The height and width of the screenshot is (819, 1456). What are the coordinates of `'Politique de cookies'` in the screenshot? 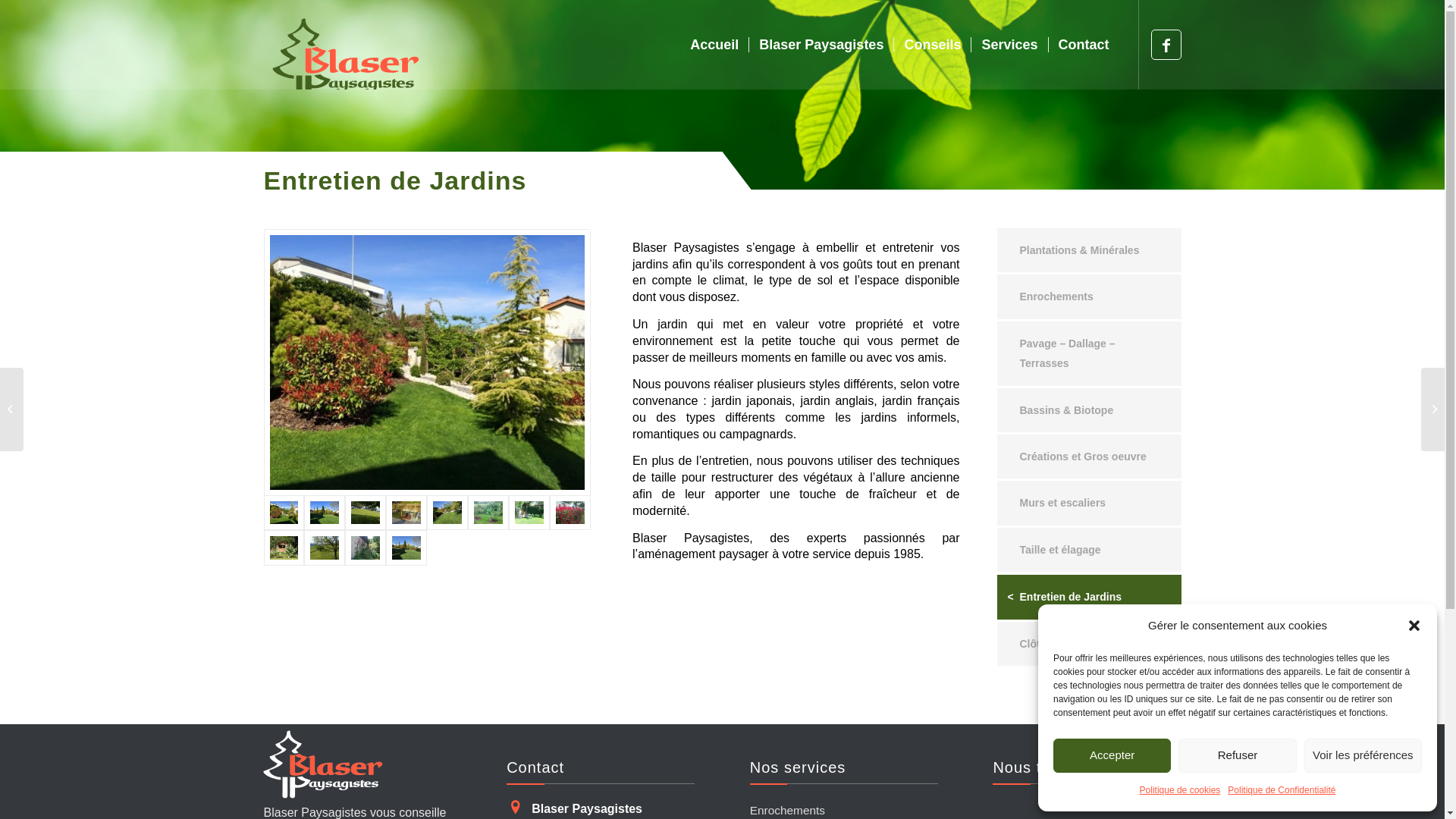 It's located at (1179, 789).